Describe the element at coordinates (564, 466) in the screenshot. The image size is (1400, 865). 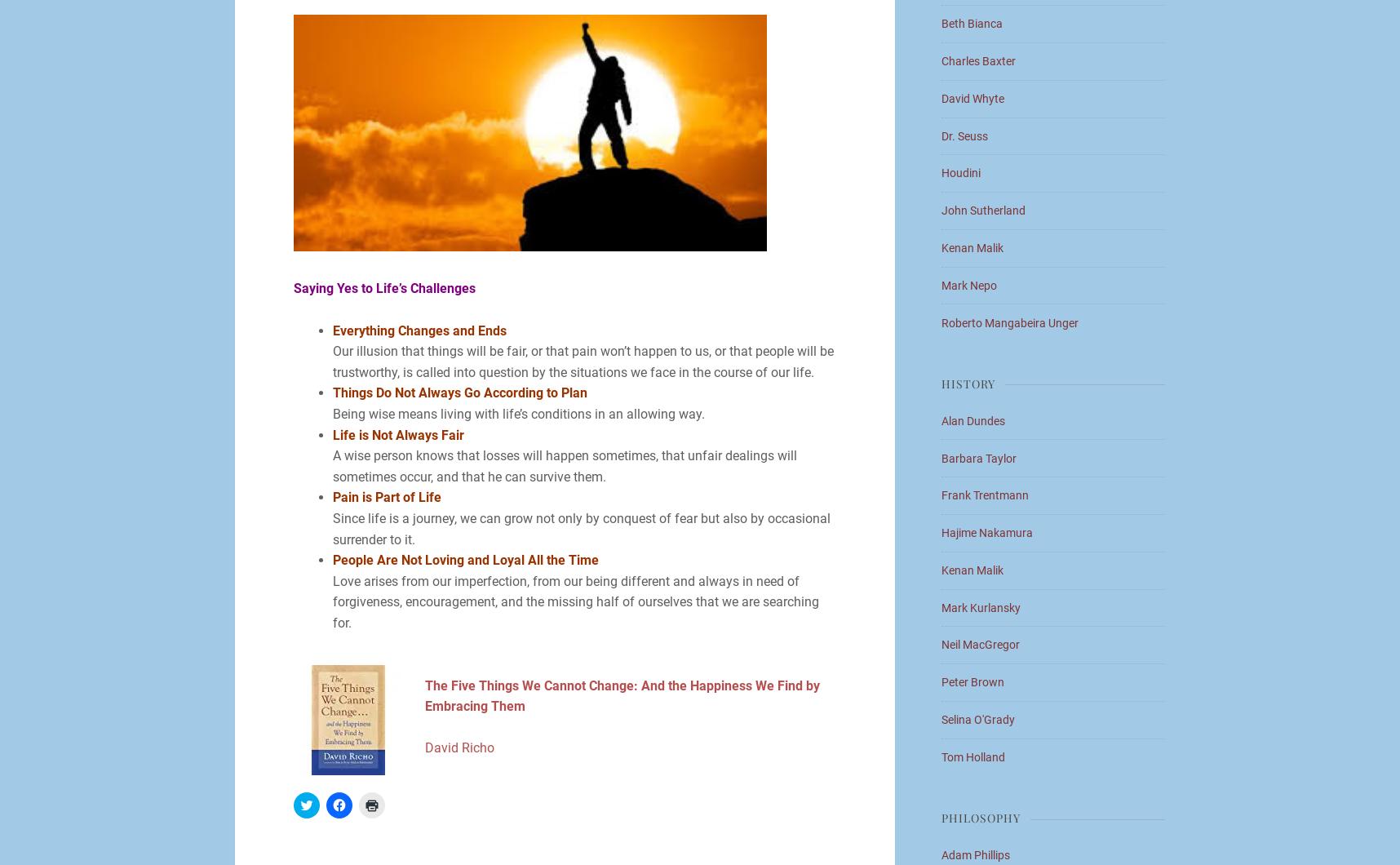
I see `'A wise person knows that losses will happen sometimes, that unfair dealings will sometimes occur, and that he can survive them.'` at that location.